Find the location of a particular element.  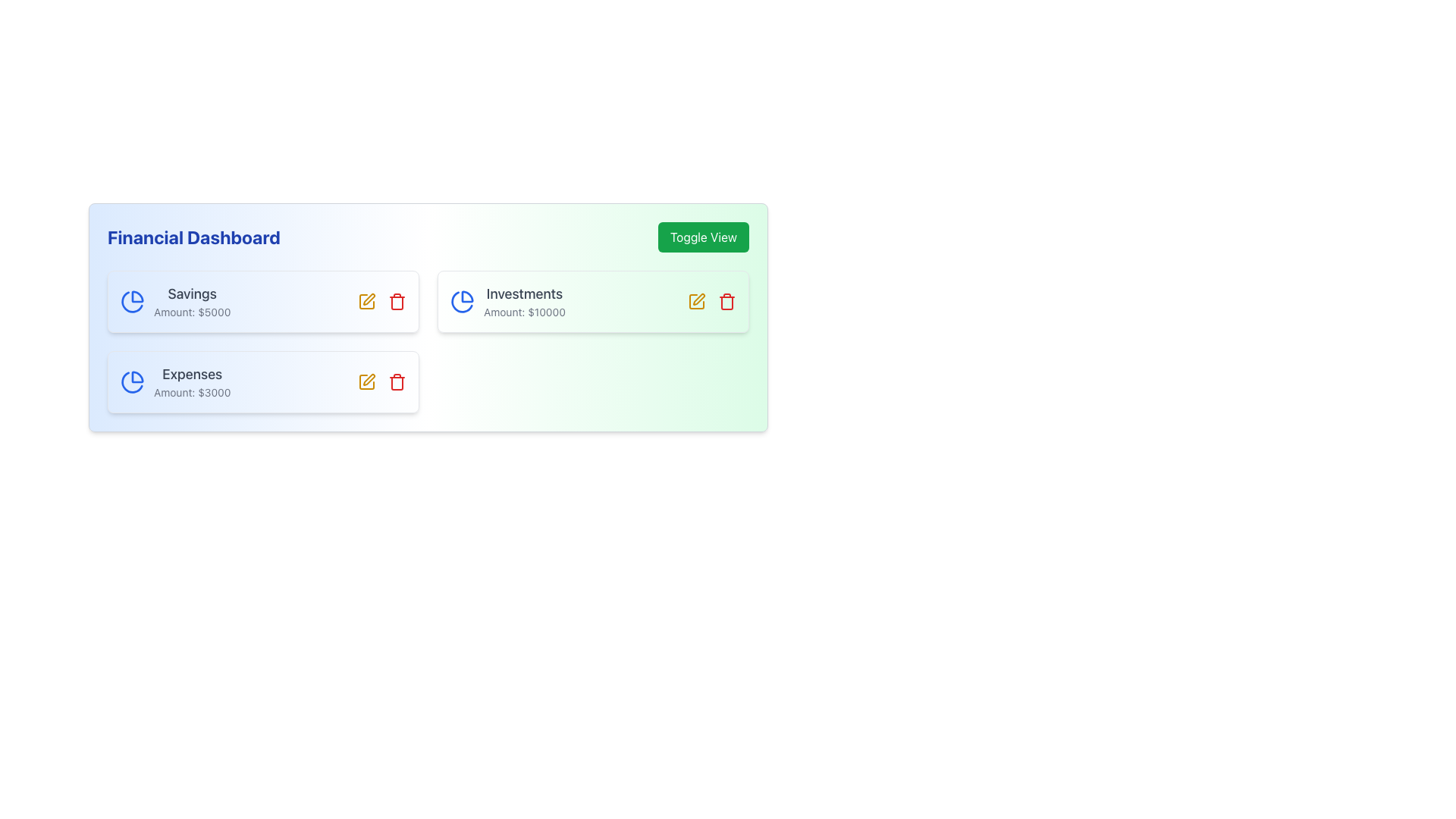

the right segment of the pie chart icon located to the left of the 'Savings' text in the first card under the 'Financial Dashboard' header is located at coordinates (137, 297).